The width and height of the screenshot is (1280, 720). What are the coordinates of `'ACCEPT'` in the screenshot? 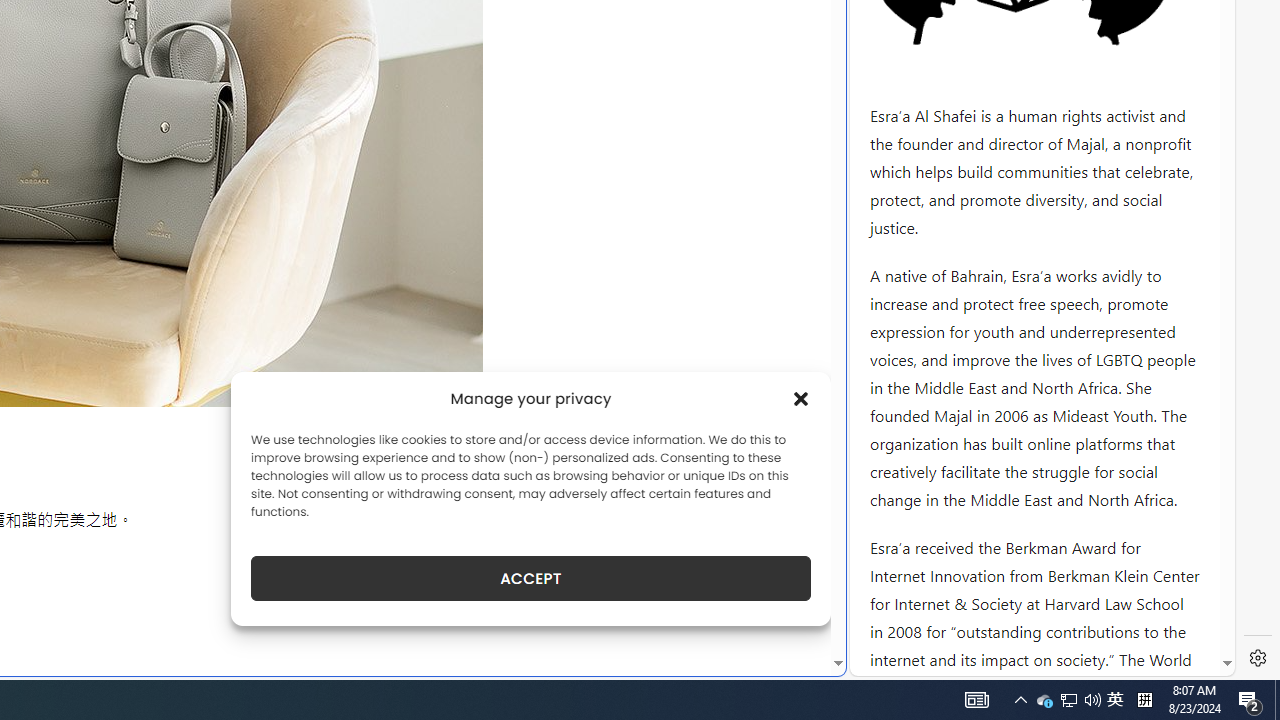 It's located at (531, 578).